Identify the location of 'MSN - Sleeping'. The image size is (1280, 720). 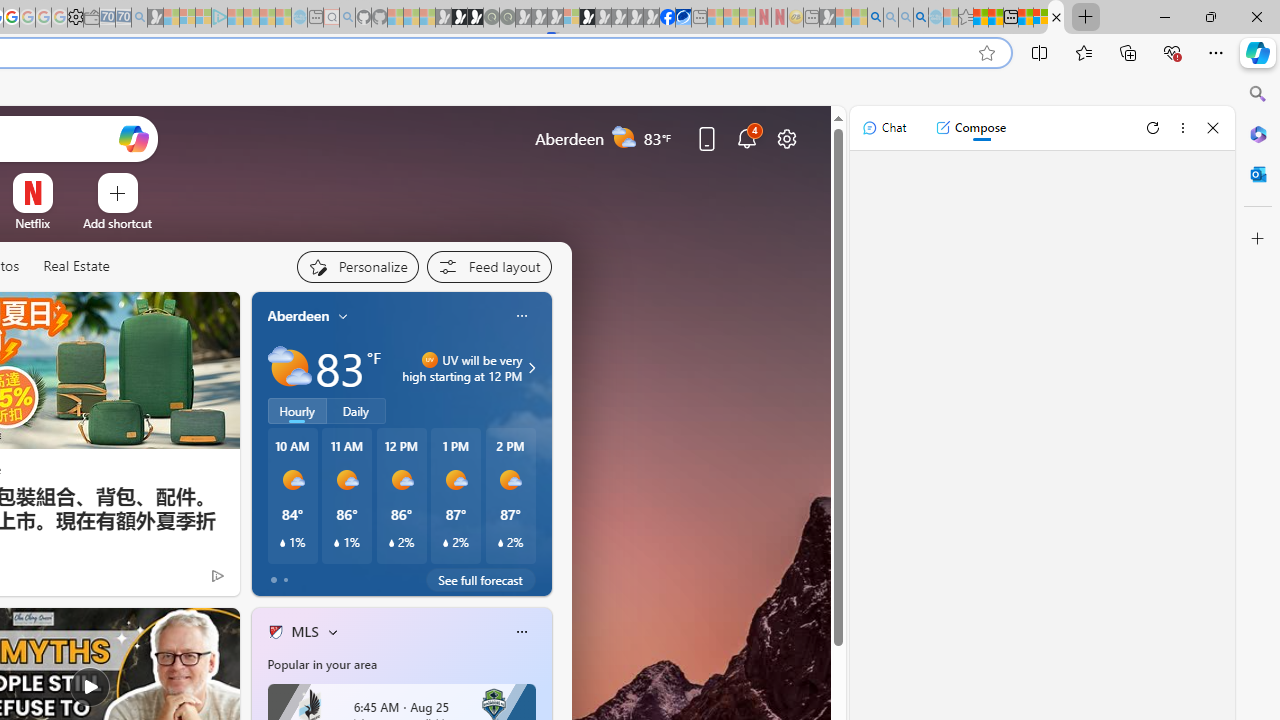
(827, 17).